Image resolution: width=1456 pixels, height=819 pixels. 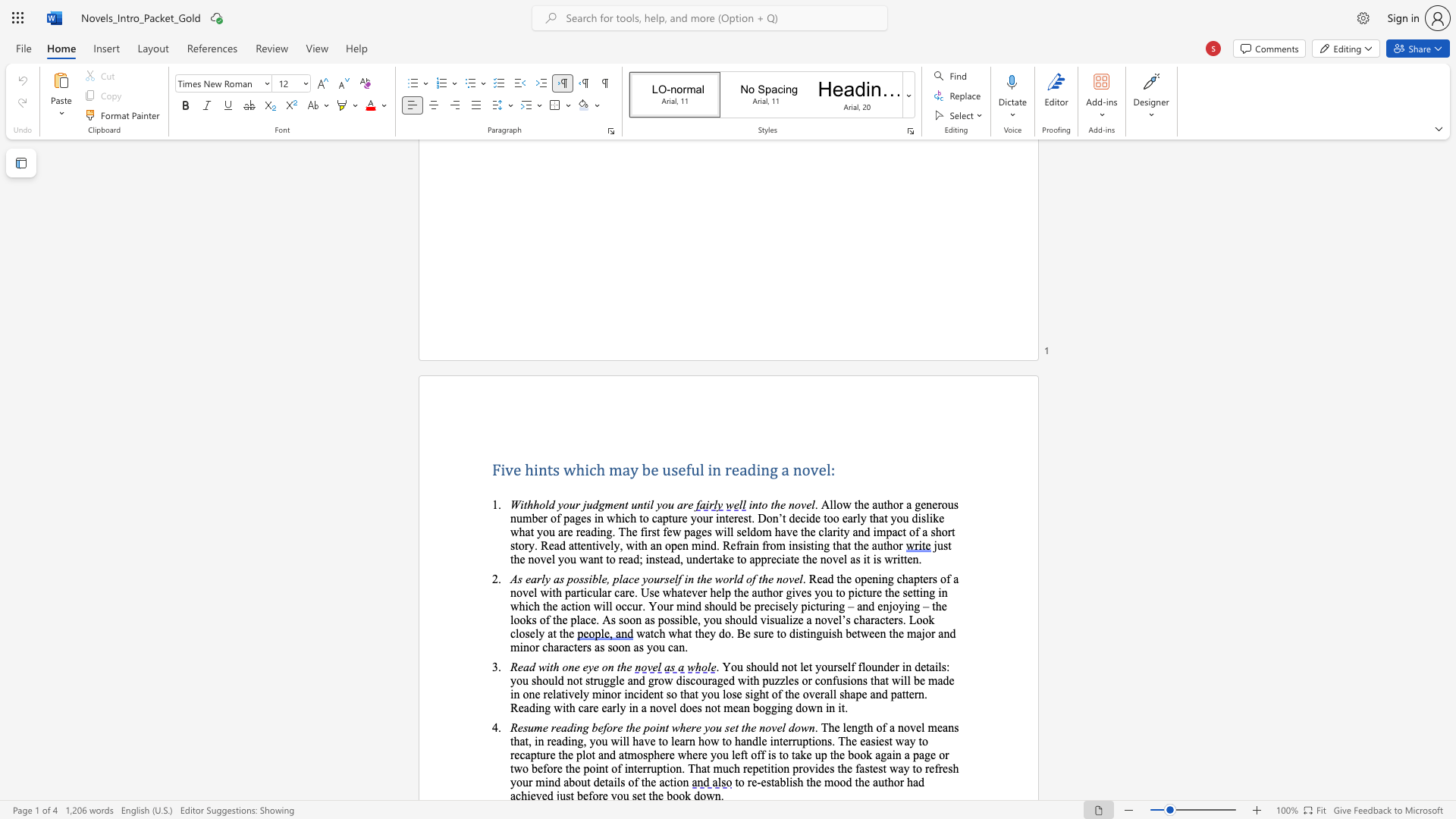 What do you see at coordinates (886, 531) in the screenshot?
I see `the subset text "pact of a short story. Read attentively, with an open mind. Refrain from insisti" within the text "decide too early that you dislike what you are reading. The first few pages will seldom have the clarity and impact of a short story. Read attentively, with an open mind. Refrain from insisting that the author"` at bounding box center [886, 531].